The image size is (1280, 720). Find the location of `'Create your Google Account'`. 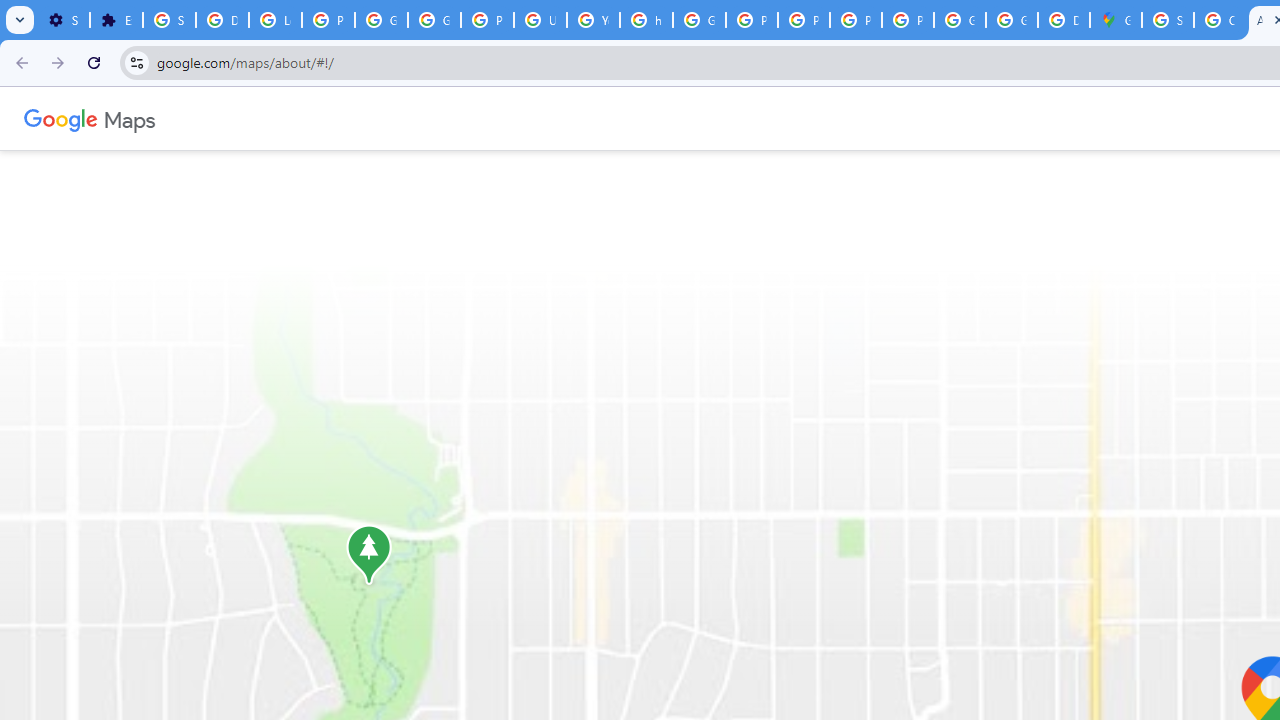

'Create your Google Account' is located at coordinates (1218, 20).